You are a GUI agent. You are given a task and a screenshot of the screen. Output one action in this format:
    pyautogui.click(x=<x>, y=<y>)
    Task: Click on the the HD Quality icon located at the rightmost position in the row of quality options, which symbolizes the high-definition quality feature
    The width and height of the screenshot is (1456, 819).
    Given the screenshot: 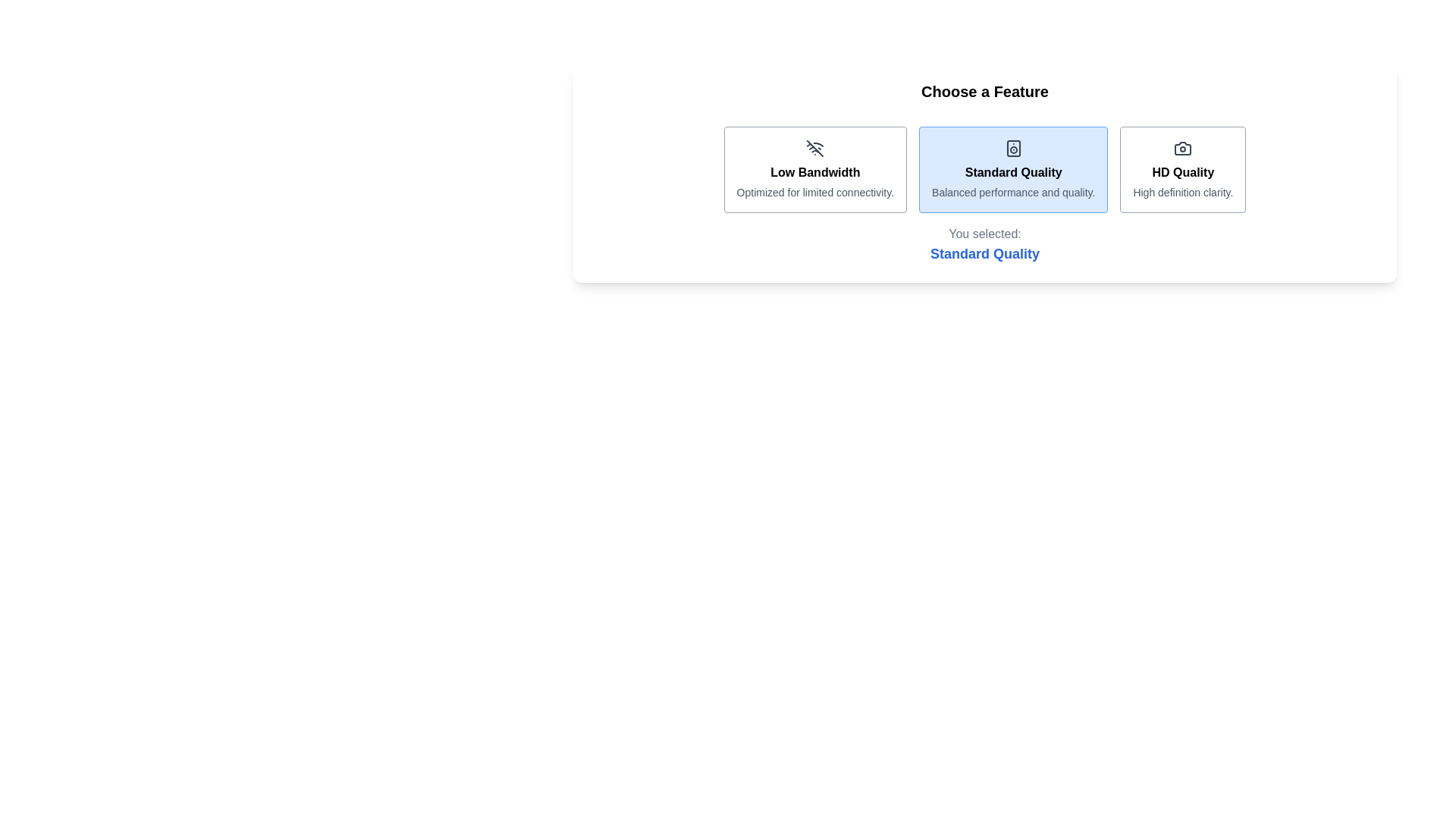 What is the action you would take?
    pyautogui.click(x=1182, y=149)
    